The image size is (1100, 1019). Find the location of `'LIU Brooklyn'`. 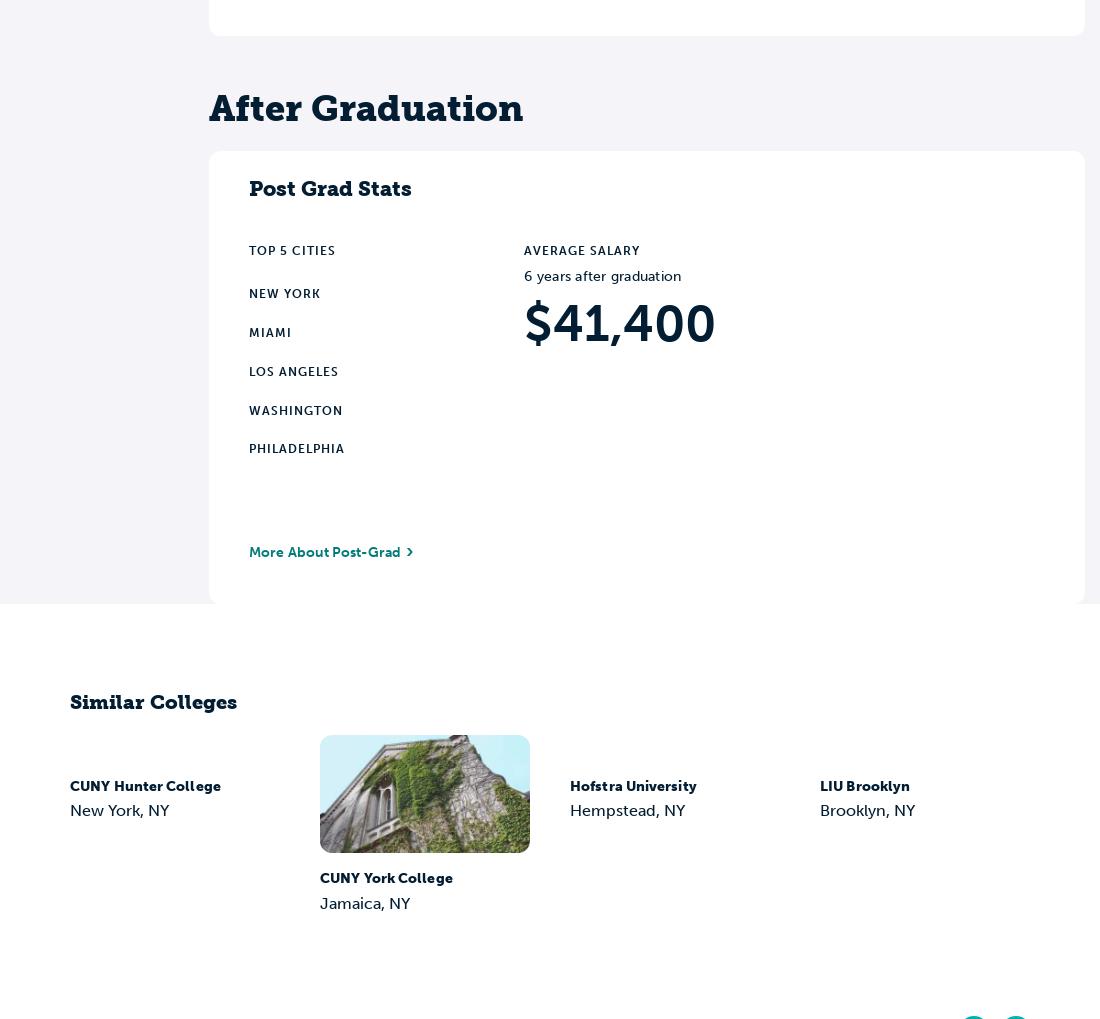

'LIU Brooklyn' is located at coordinates (864, 784).